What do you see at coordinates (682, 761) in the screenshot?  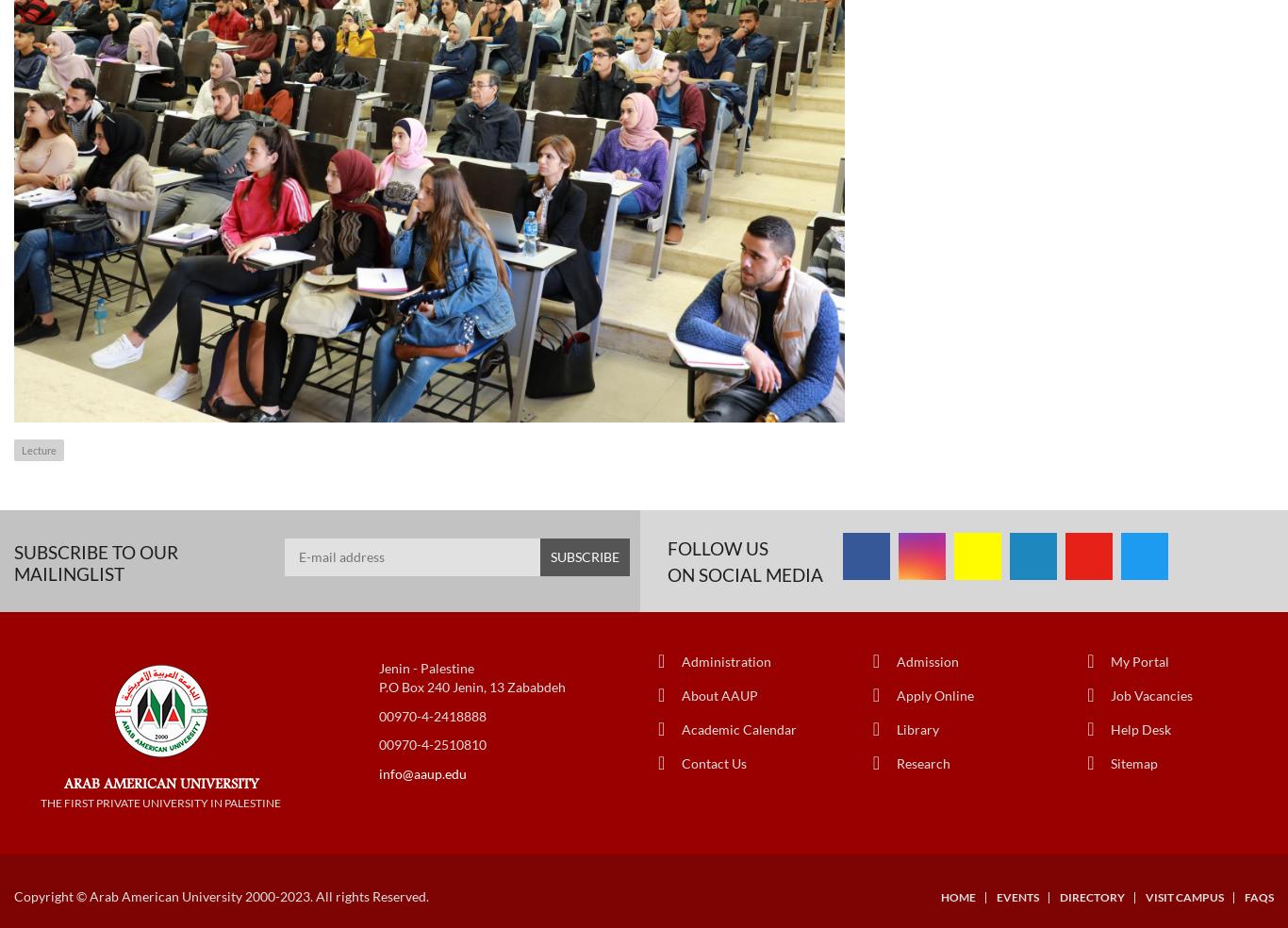 I see `'Contact Us'` at bounding box center [682, 761].